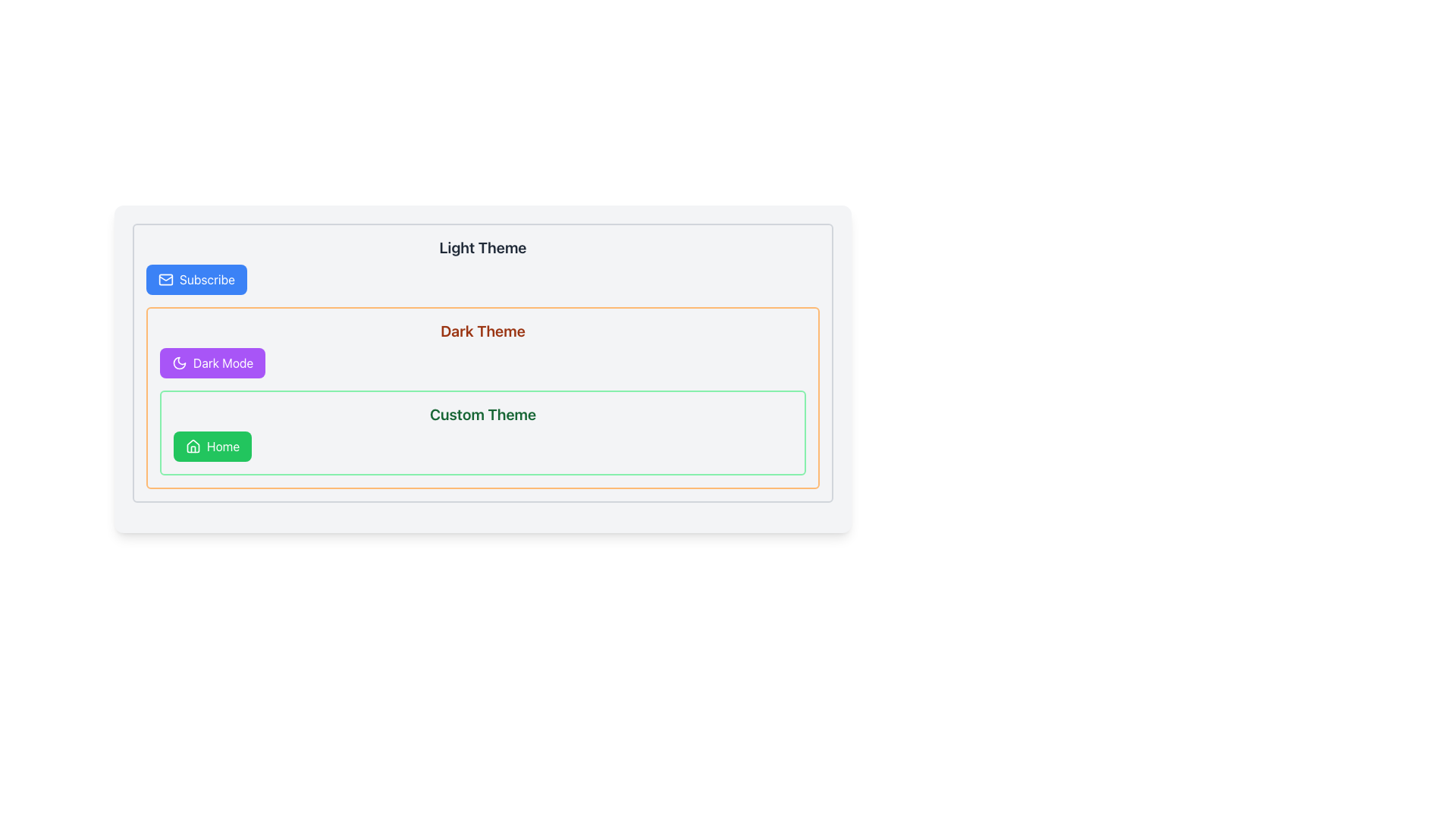 Image resolution: width=1456 pixels, height=819 pixels. Describe the element at coordinates (179, 362) in the screenshot. I see `the crescent moon icon within the 'Dark Mode' button, which has a purple background and rounded edges` at that location.